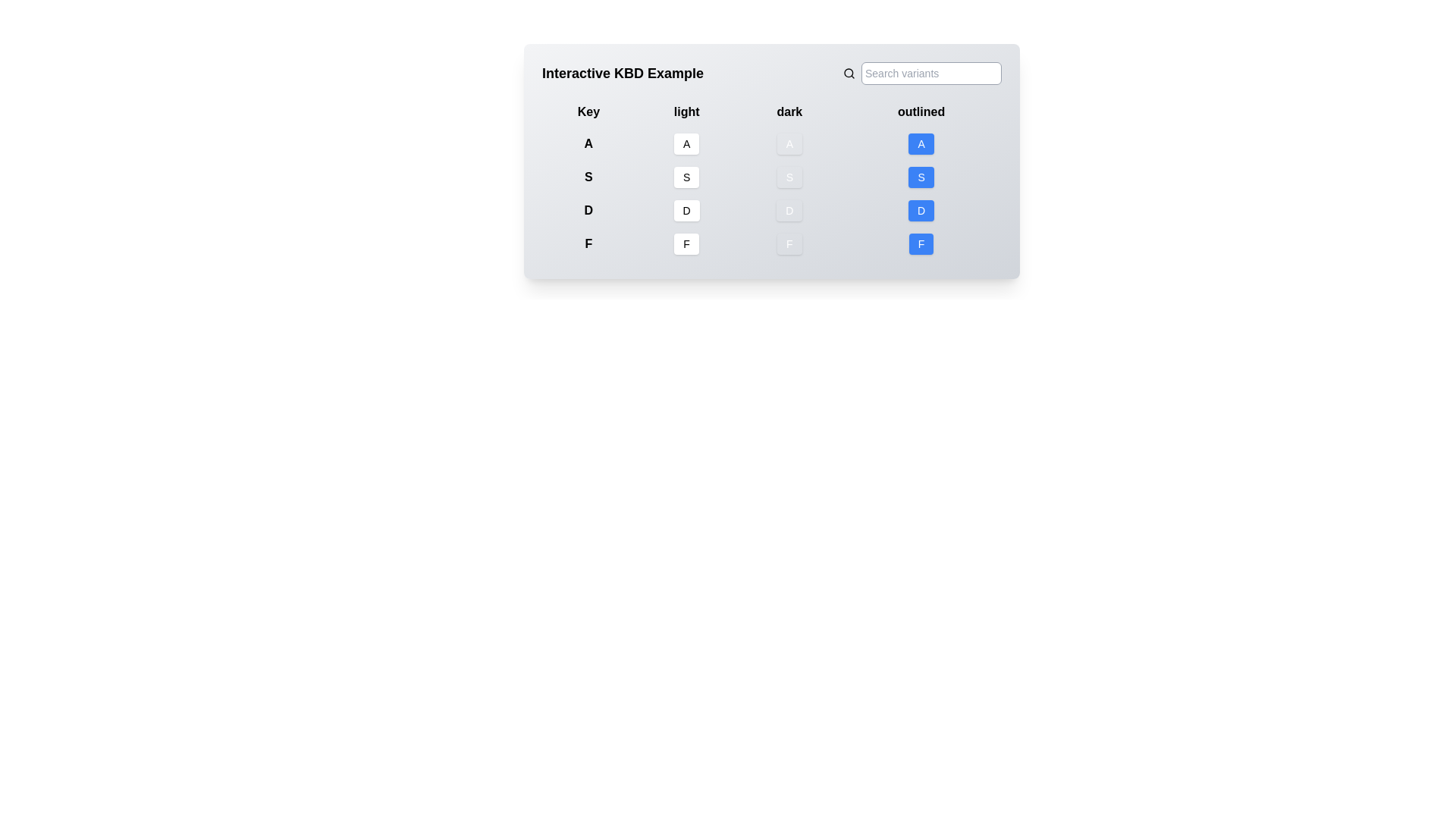  What do you see at coordinates (920, 243) in the screenshot?
I see `the blue button with rounded corners and the letter 'F' in white text, which is the fourth button in the outlined column located at the bottom right of the layout` at bounding box center [920, 243].